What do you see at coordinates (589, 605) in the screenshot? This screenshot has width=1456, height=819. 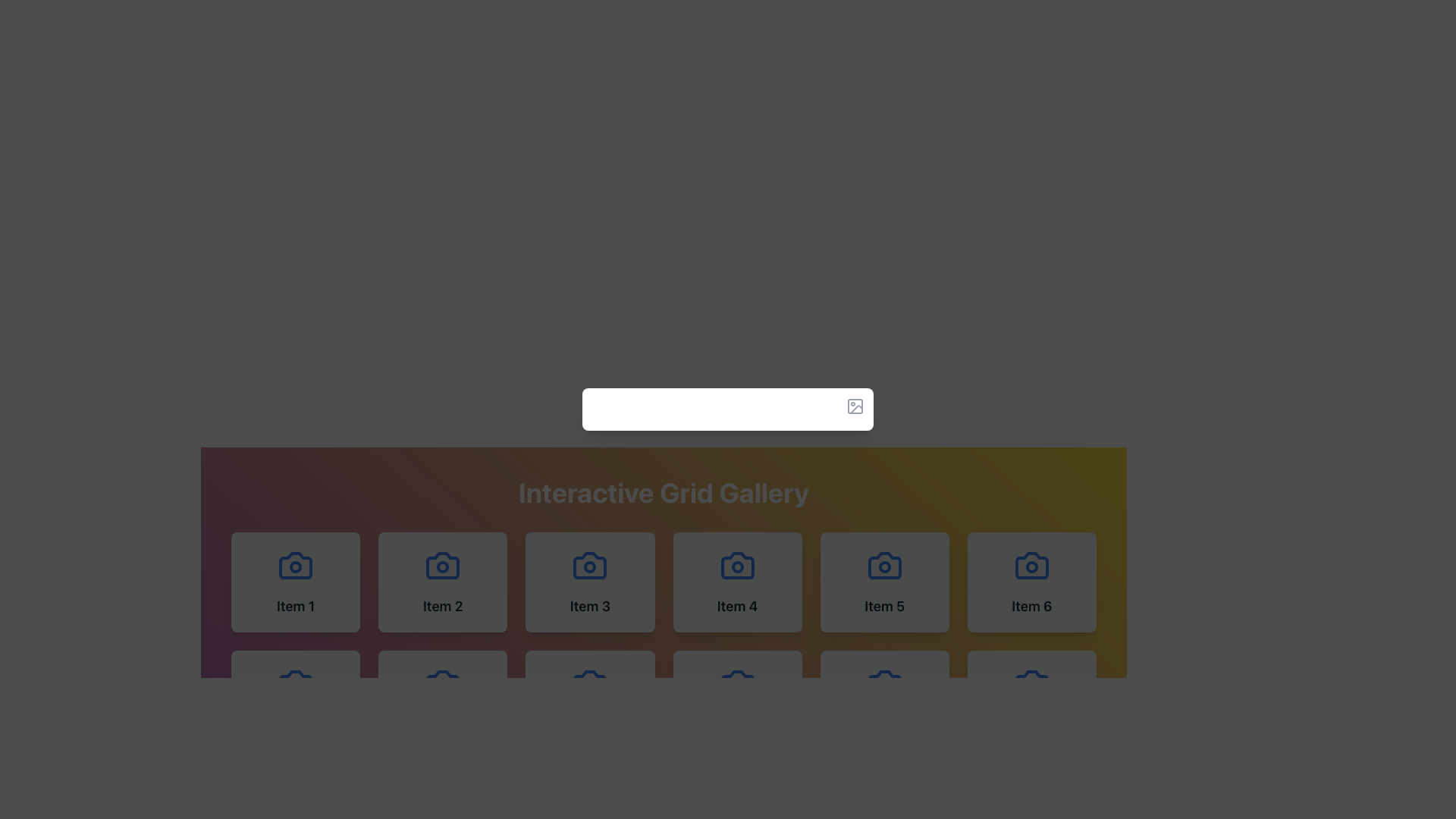 I see `text content of the Text Label that displays 'Item 3', which is styled in bold and medium-large font, located below a camera icon in a grid layout` at bounding box center [589, 605].